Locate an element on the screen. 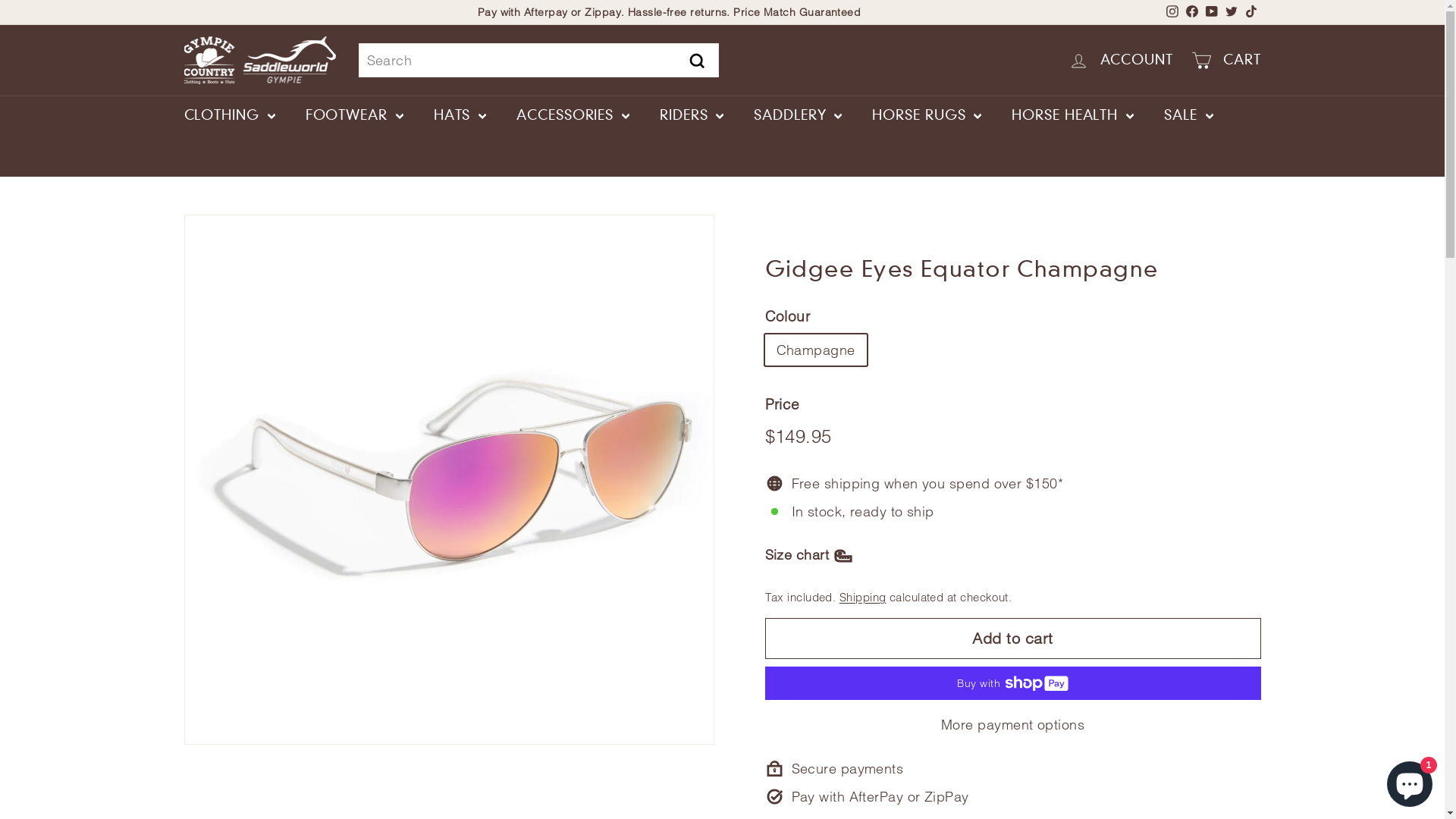 The height and width of the screenshot is (819, 1456). 'More payment options' is located at coordinates (1012, 723).